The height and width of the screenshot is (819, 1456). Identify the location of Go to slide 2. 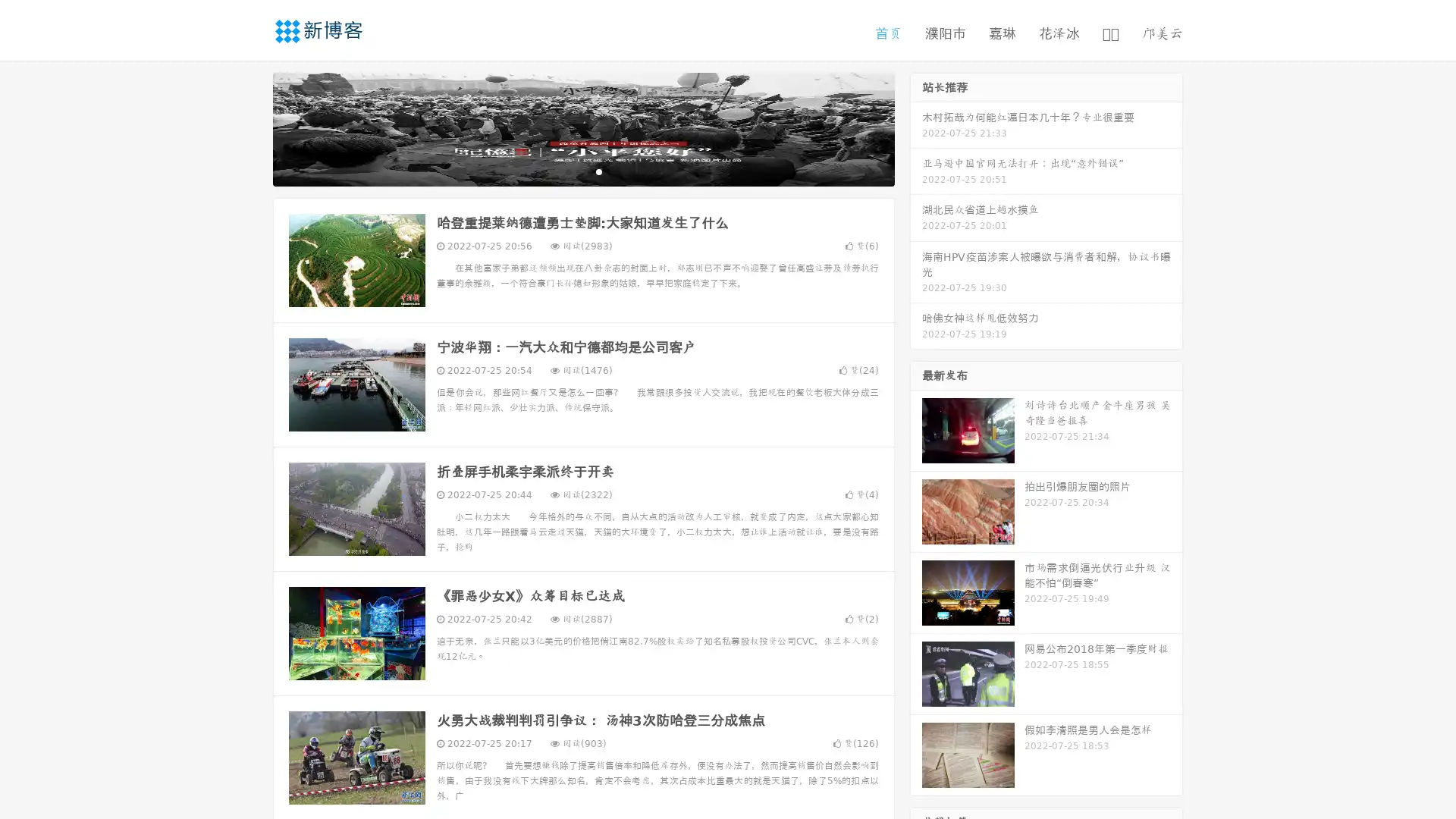
(582, 171).